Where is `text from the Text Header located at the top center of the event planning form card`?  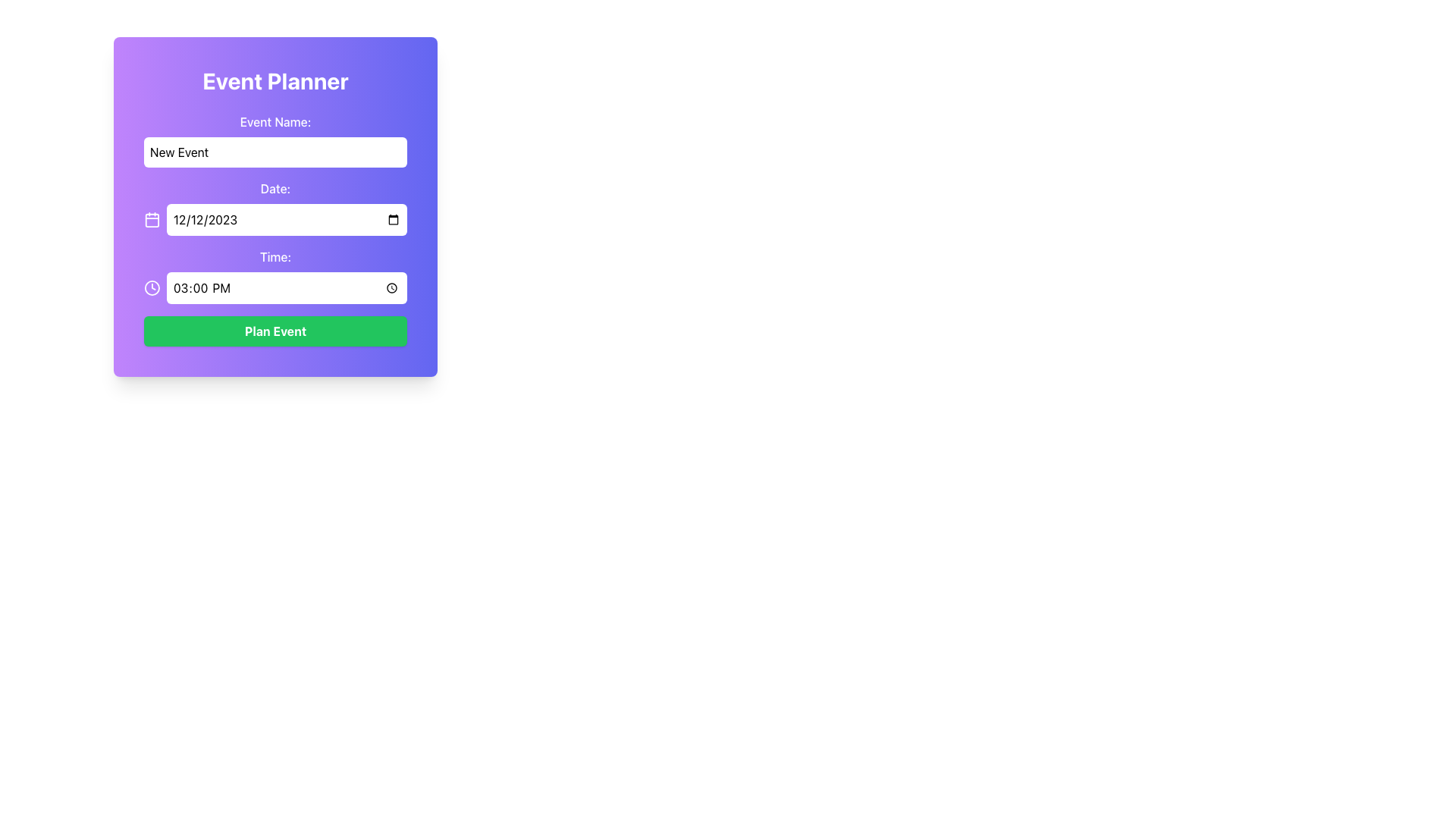 text from the Text Header located at the top center of the event planning form card is located at coordinates (275, 81).